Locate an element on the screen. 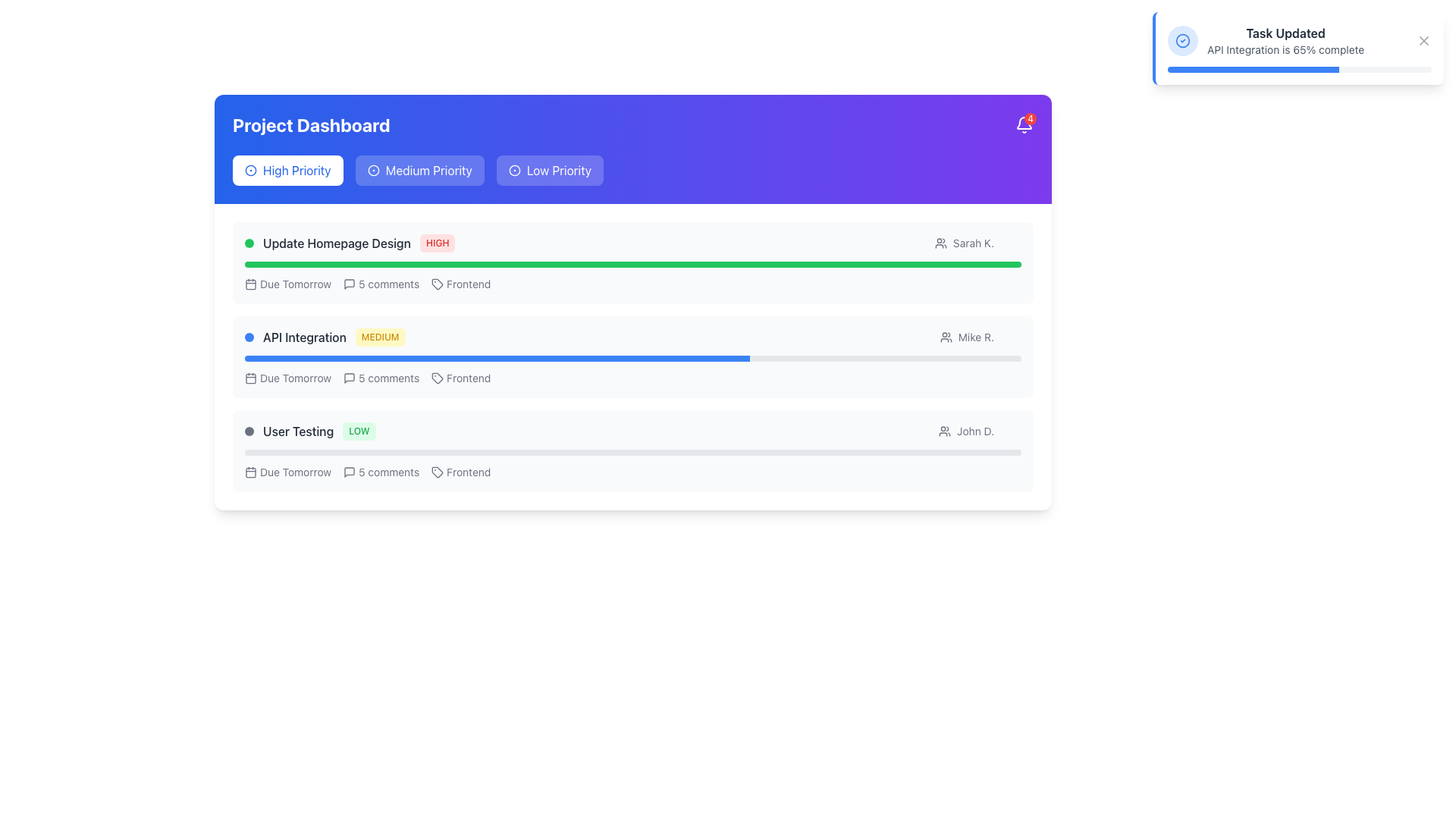 The width and height of the screenshot is (1456, 819). the text and icon combination that indicates 'Due Tomorrow', which is part of the 'API Integration' task row and features a calendar icon to the left of the text is located at coordinates (288, 377).